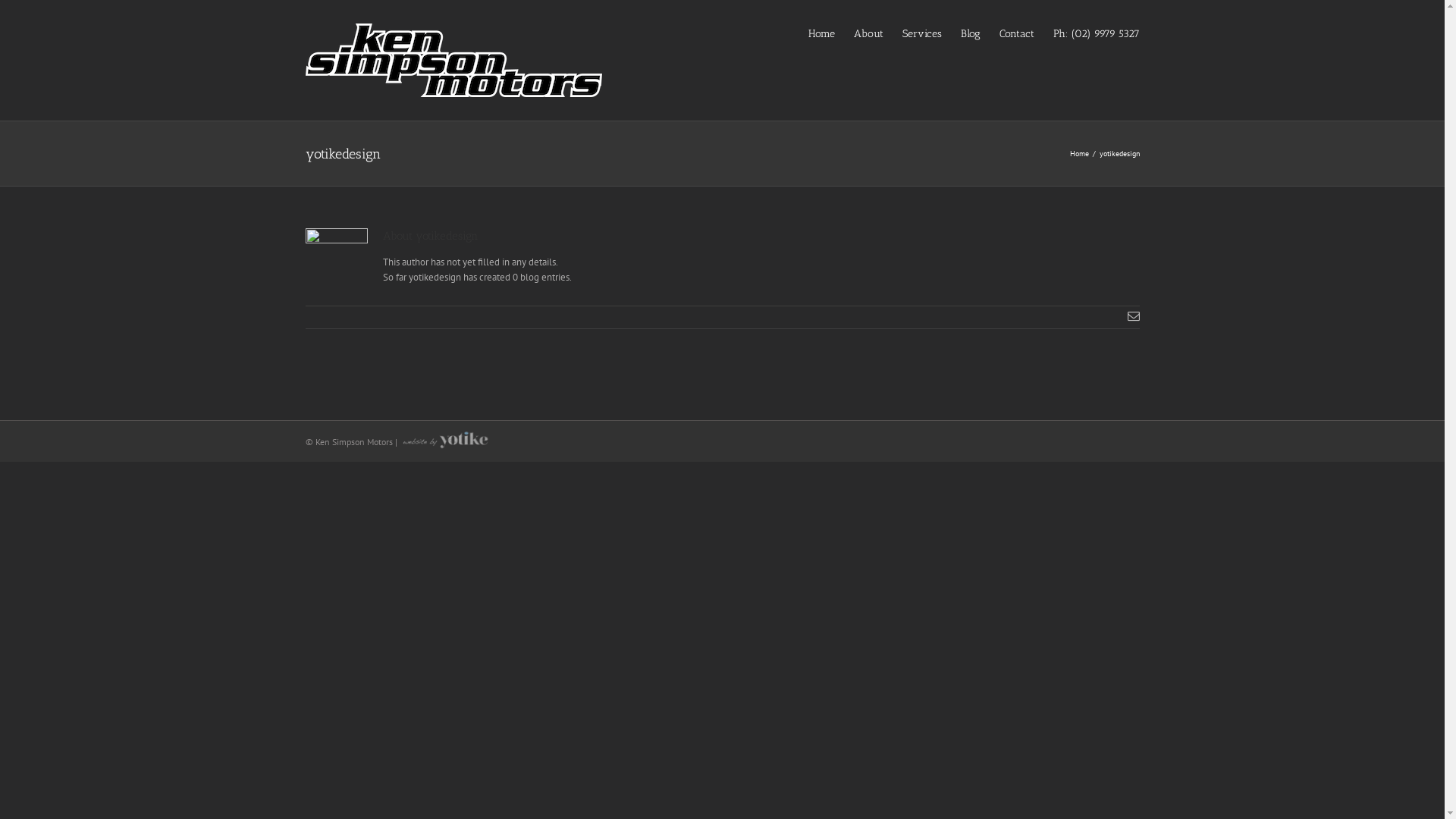  Describe the element at coordinates (1016, 32) in the screenshot. I see `'Contact'` at that location.